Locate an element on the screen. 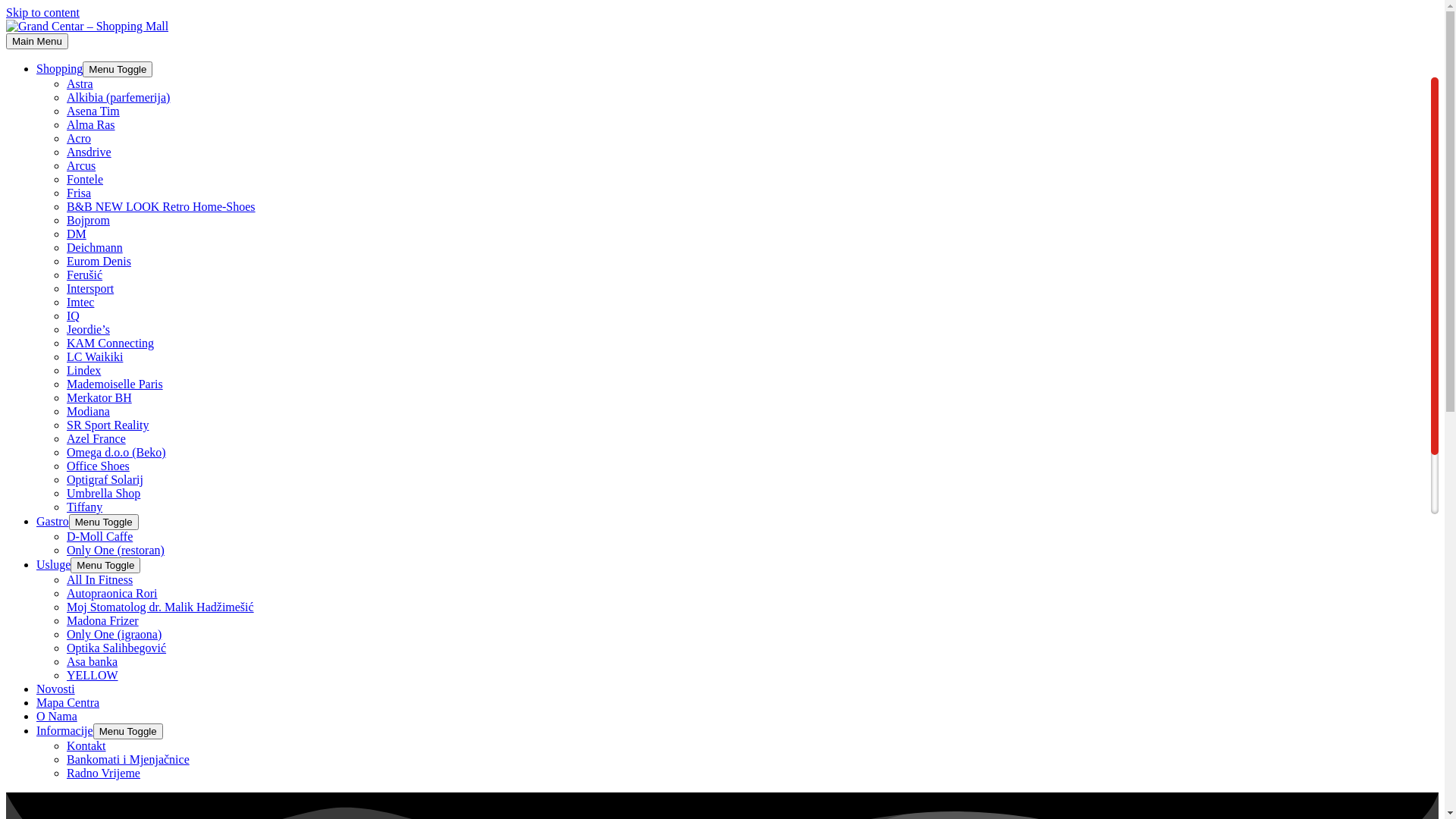 This screenshot has height=819, width=1456. 'Madona Frizer' is located at coordinates (102, 620).